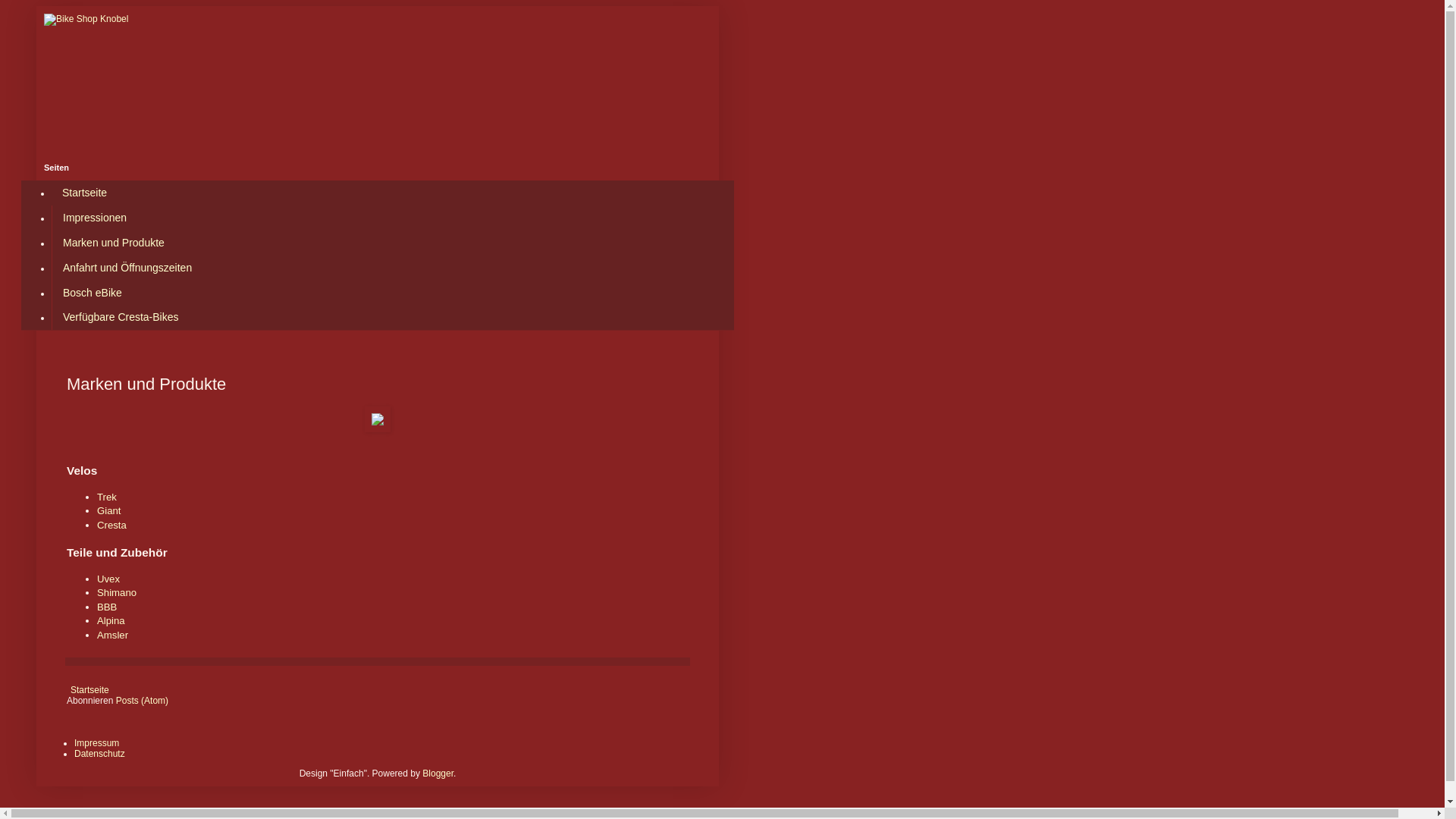  Describe the element at coordinates (105, 606) in the screenshot. I see `'BBB'` at that location.